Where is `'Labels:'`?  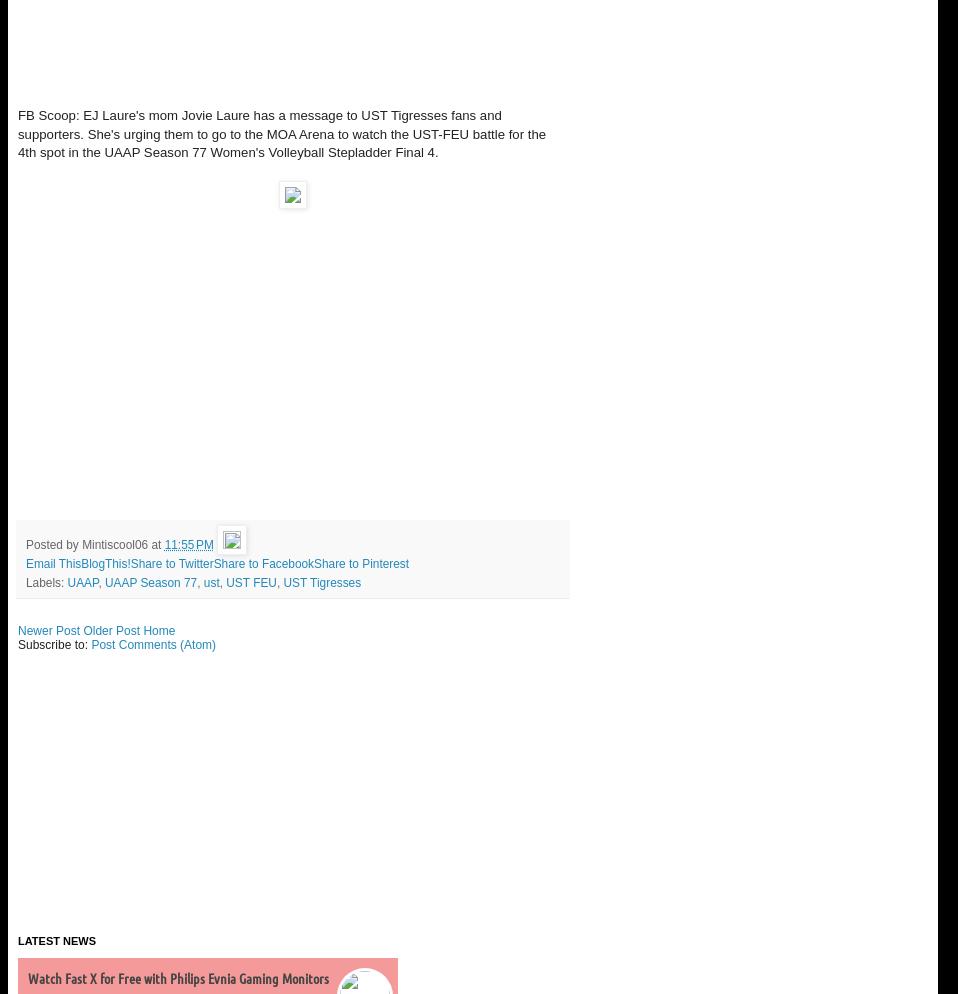 'Labels:' is located at coordinates (45, 582).